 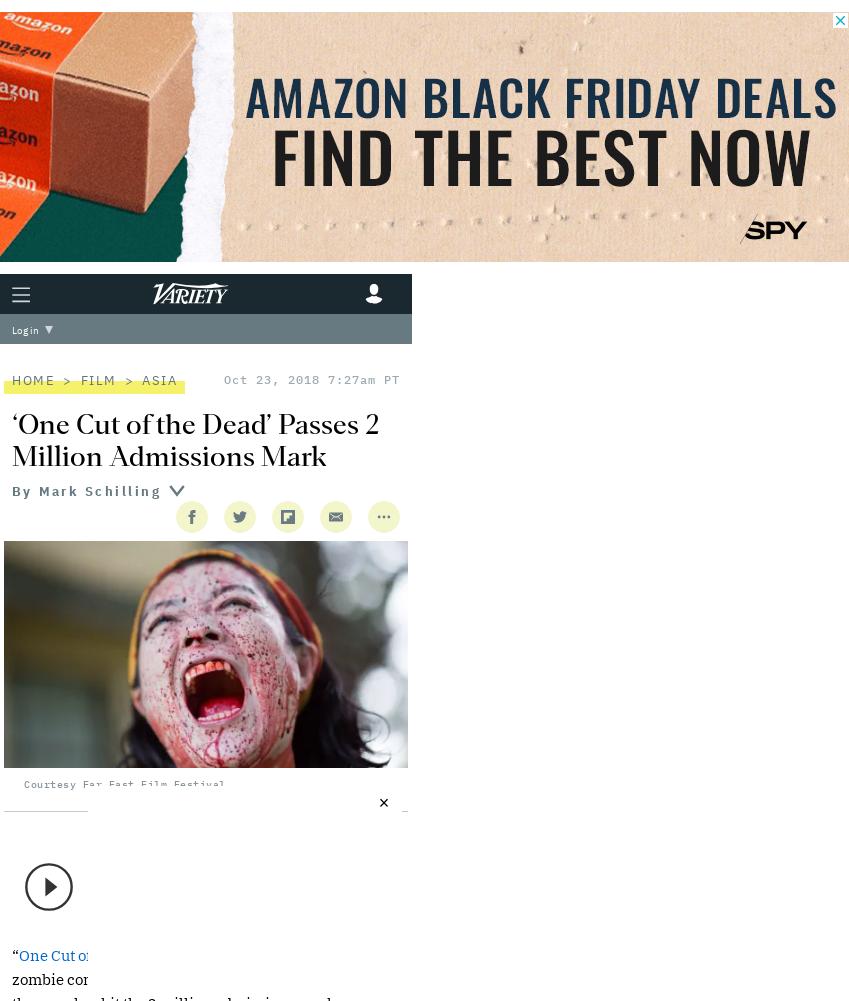 I want to click on 'By', so click(x=23, y=490).